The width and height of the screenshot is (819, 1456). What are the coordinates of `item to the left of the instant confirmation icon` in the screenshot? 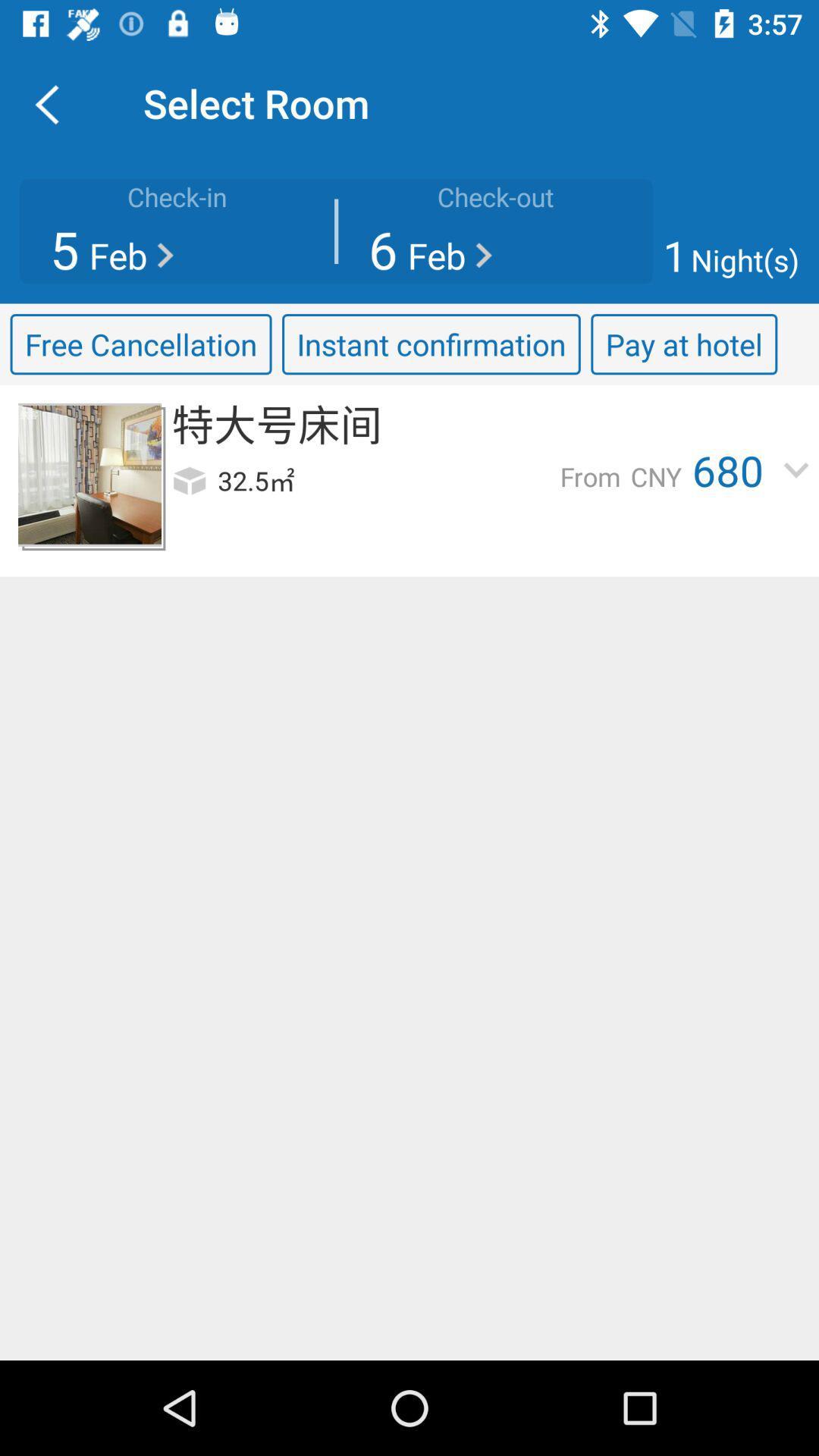 It's located at (140, 344).